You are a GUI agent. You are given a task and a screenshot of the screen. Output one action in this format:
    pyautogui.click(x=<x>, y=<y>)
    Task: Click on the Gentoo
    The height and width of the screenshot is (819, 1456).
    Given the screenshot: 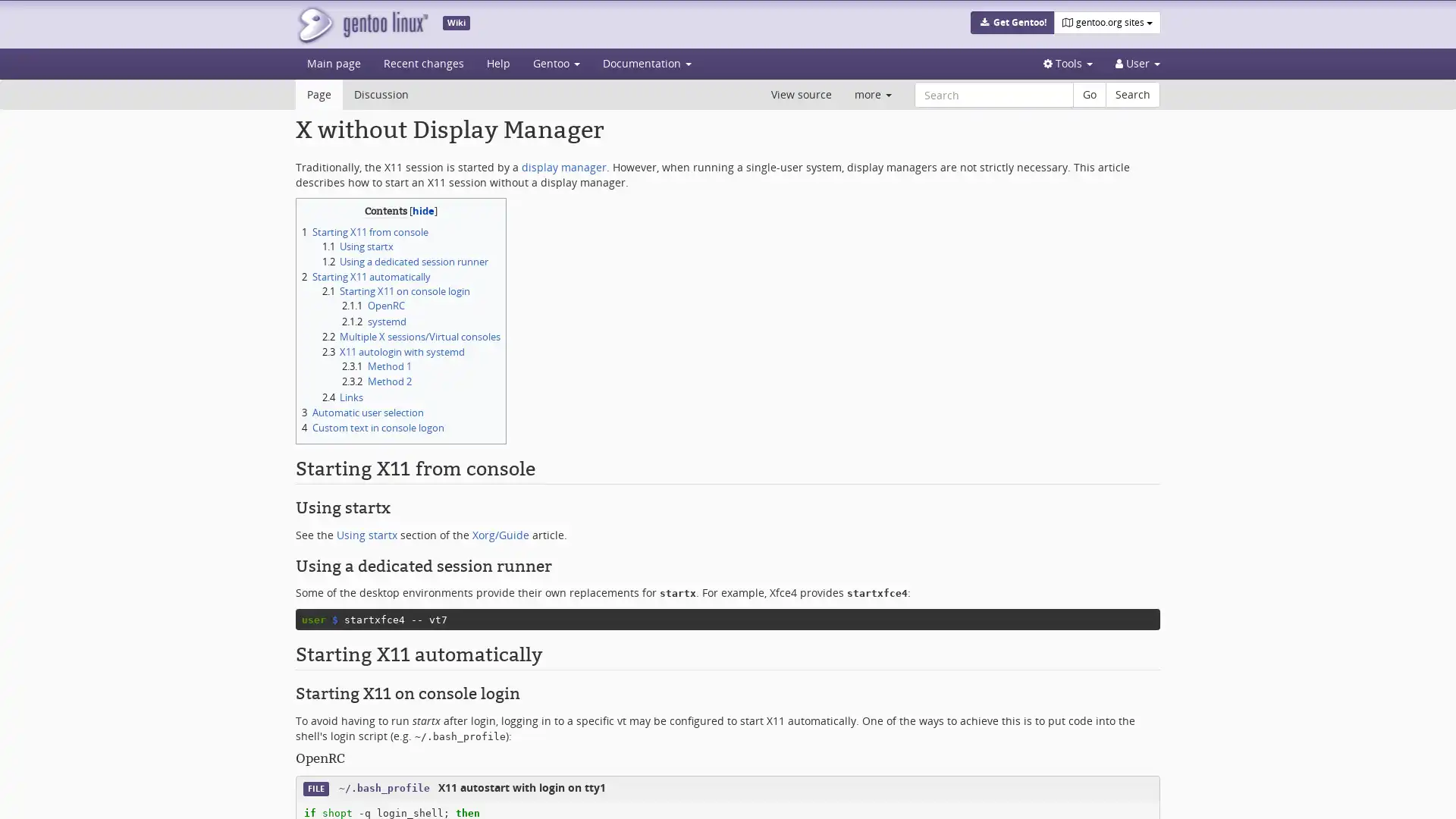 What is the action you would take?
    pyautogui.click(x=556, y=63)
    